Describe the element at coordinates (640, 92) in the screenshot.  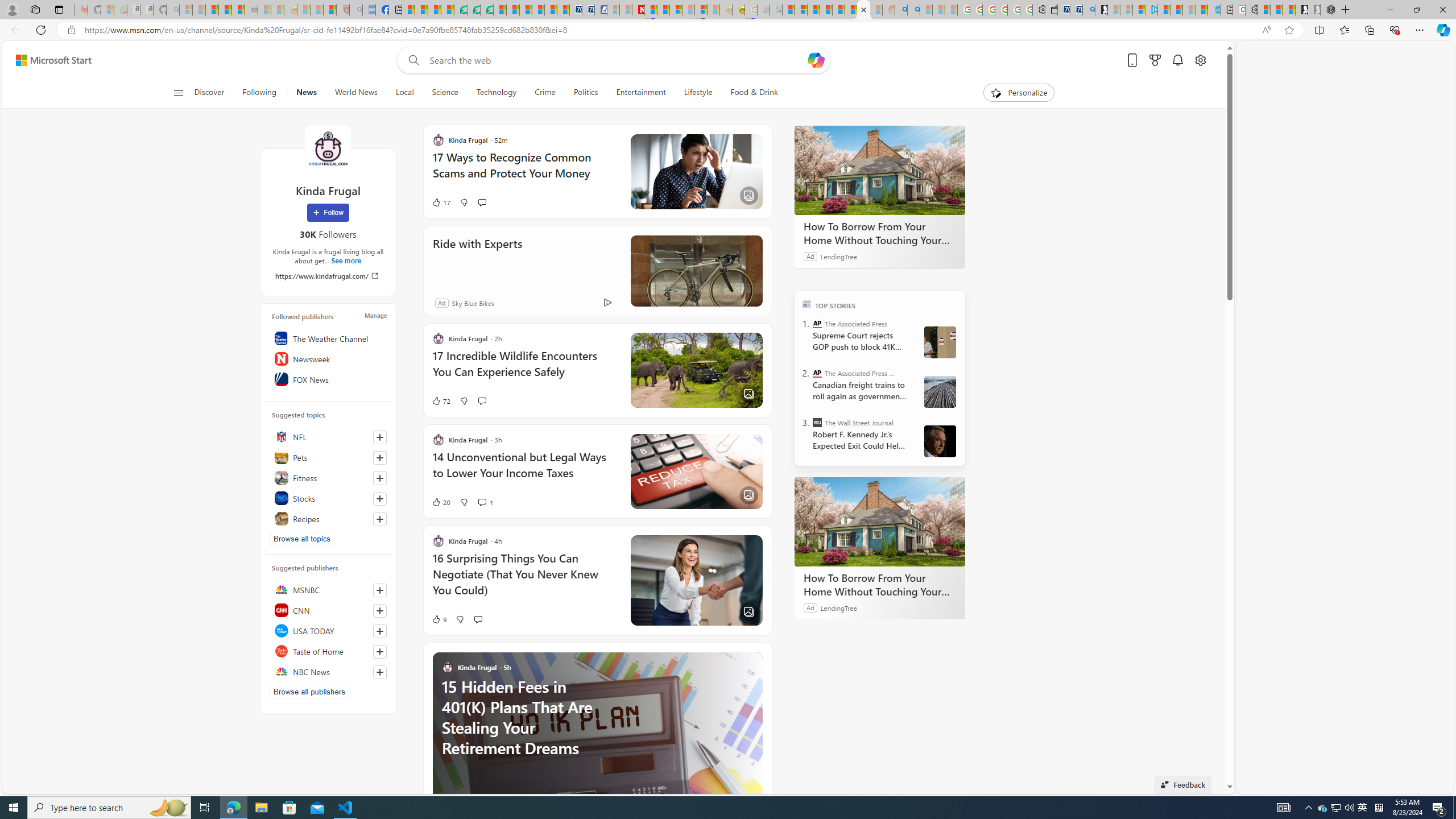
I see `'Entertainment'` at that location.